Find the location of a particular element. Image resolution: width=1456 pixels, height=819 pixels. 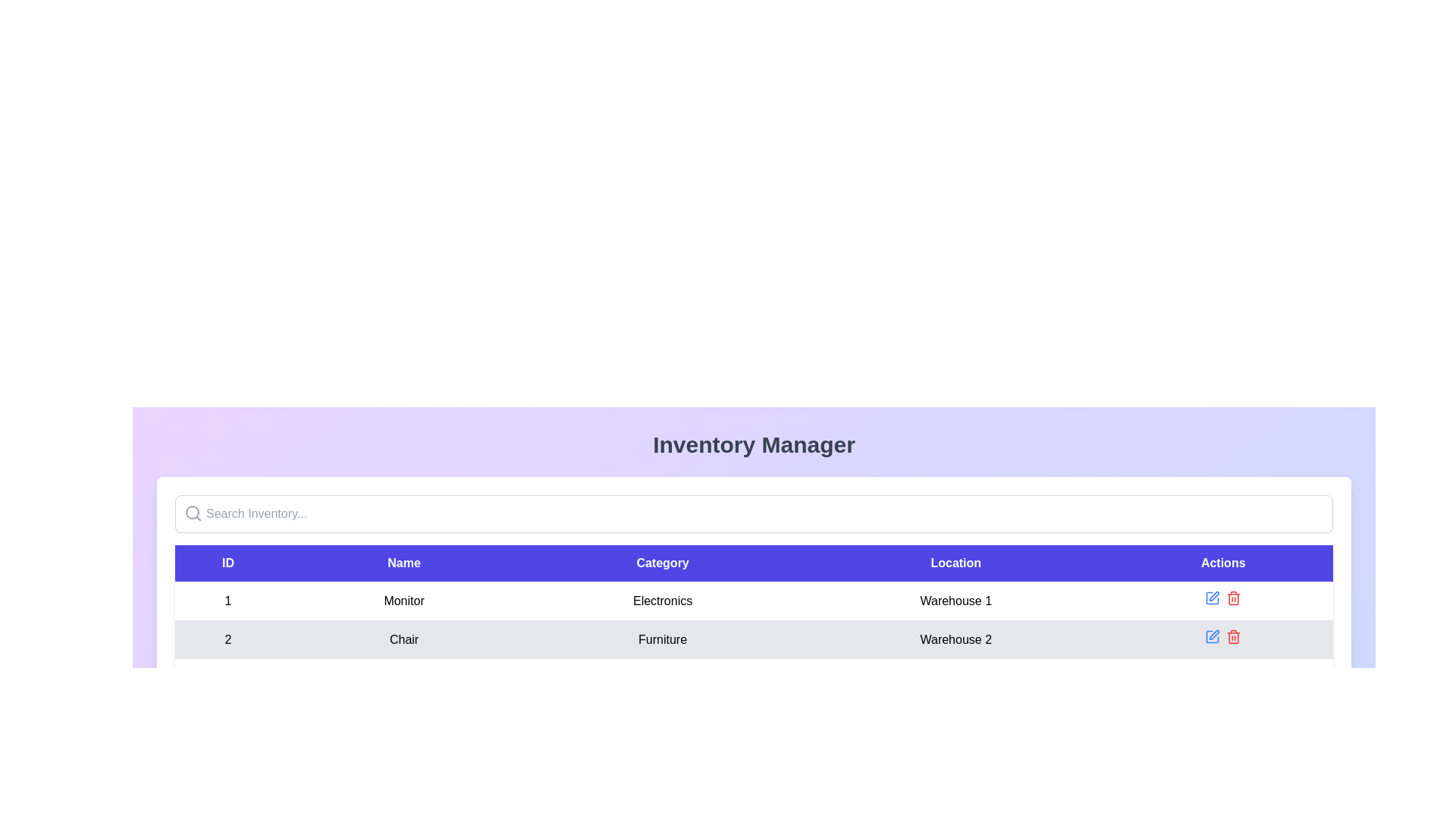

the blue pencil icon button located in the last column under the 'Actions' header of the table for 'Warehouse 1' is located at coordinates (1212, 598).